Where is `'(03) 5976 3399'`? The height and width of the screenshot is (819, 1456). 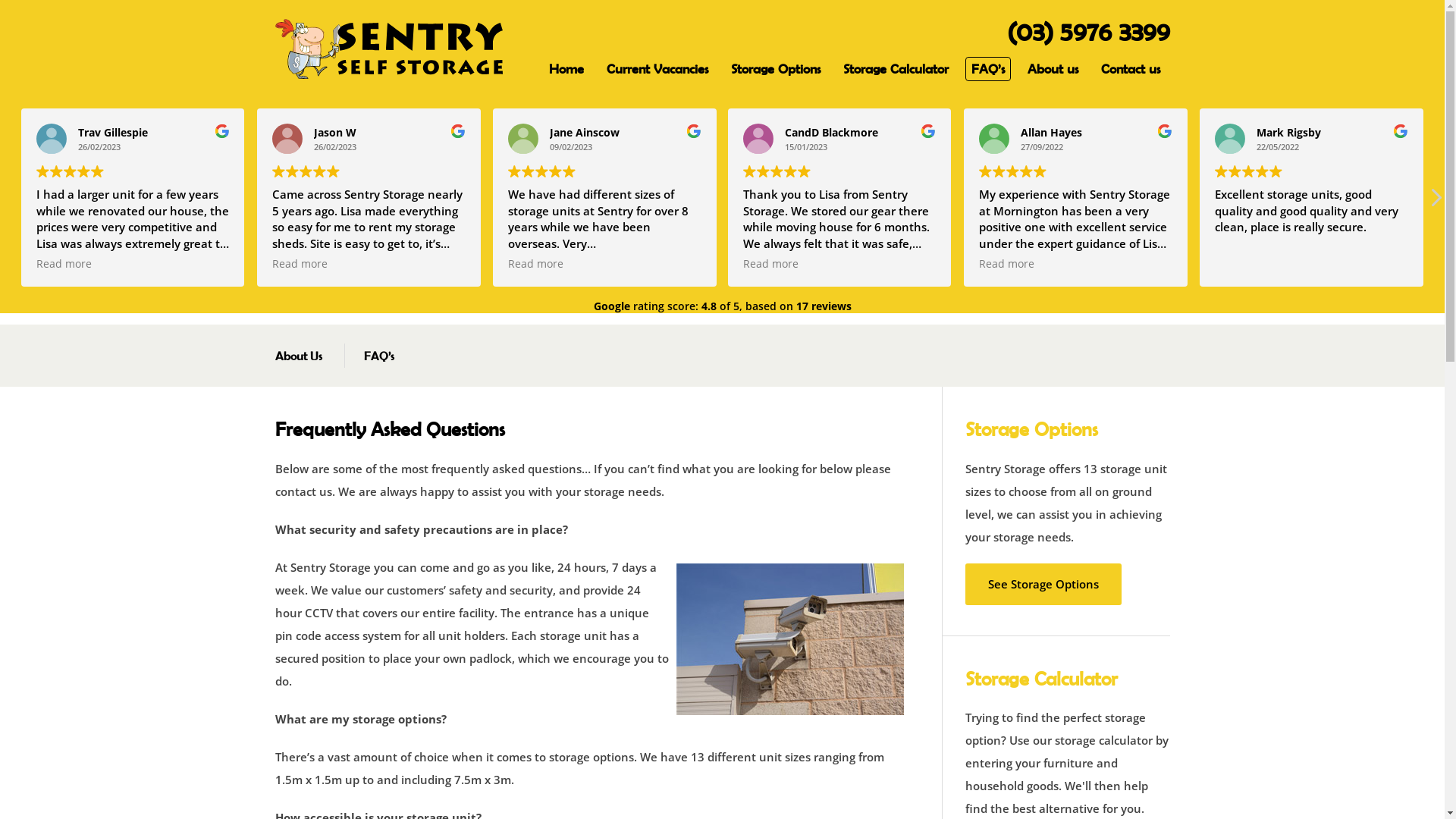
'(03) 5976 3399' is located at coordinates (1087, 32).